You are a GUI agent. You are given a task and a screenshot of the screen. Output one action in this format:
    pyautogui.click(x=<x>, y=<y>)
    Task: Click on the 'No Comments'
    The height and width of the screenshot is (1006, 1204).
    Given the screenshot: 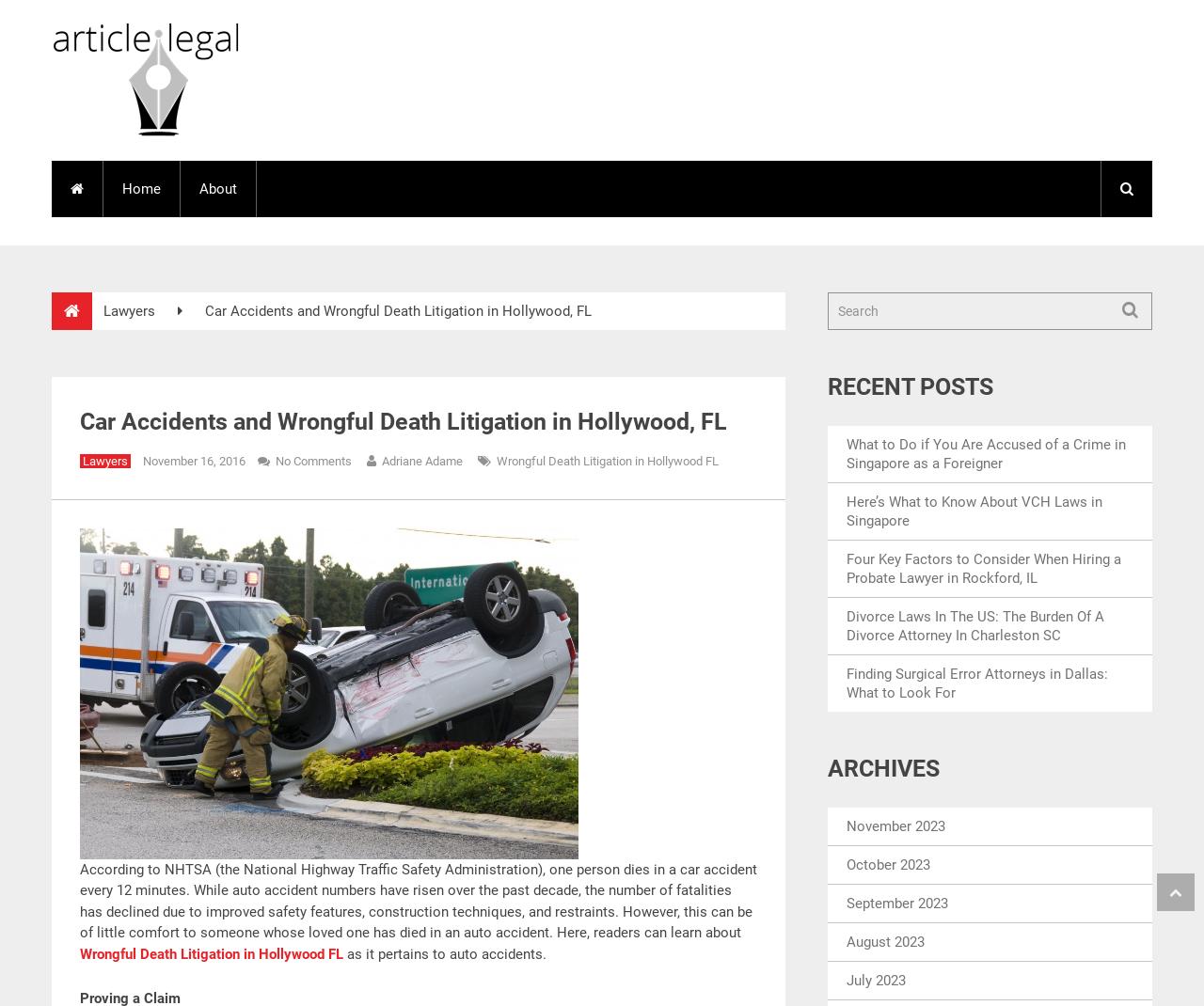 What is the action you would take?
    pyautogui.click(x=313, y=460)
    